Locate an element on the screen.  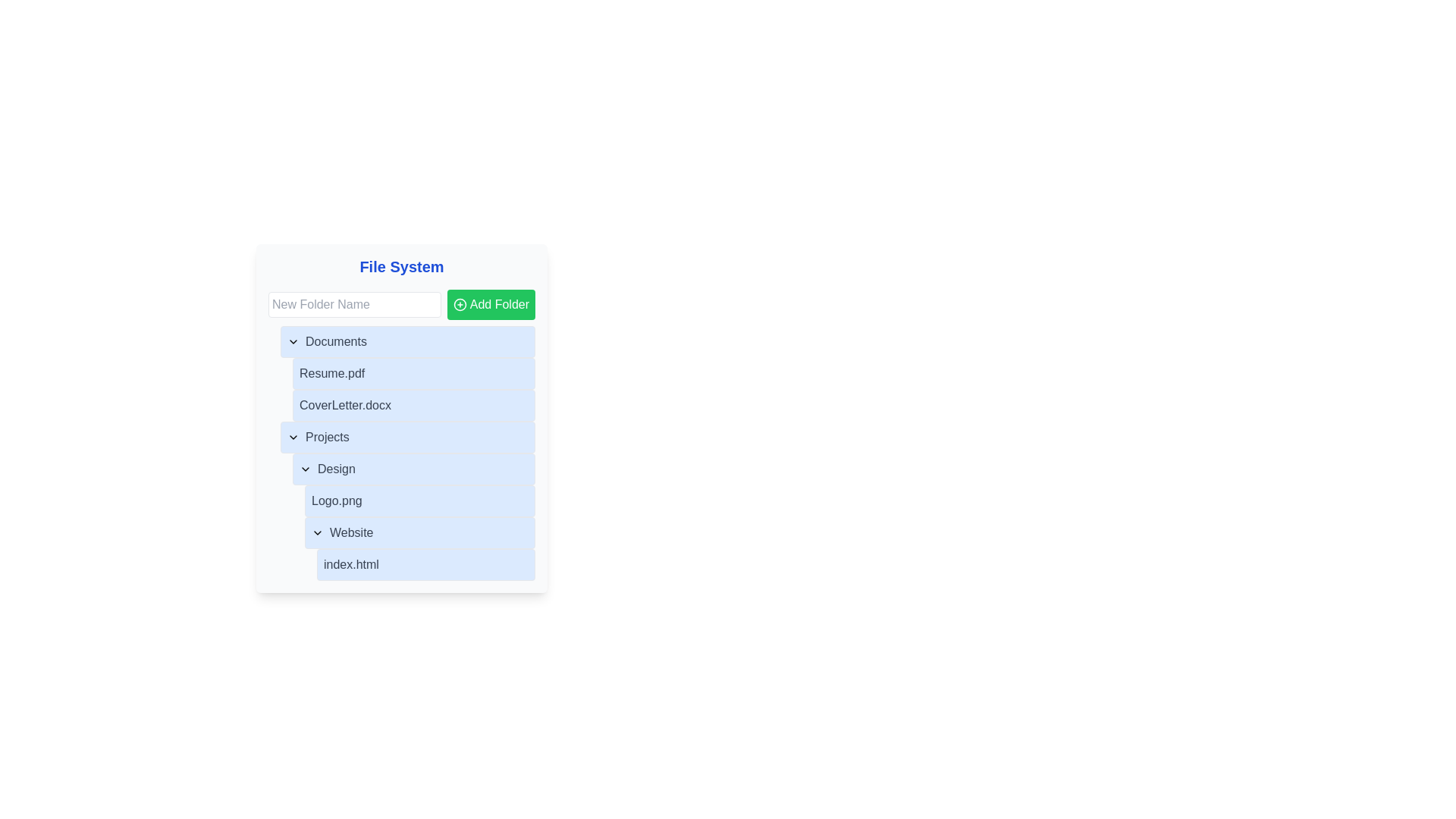
the chevron icon to the left of the 'Documents' text in the file browser is located at coordinates (296, 342).